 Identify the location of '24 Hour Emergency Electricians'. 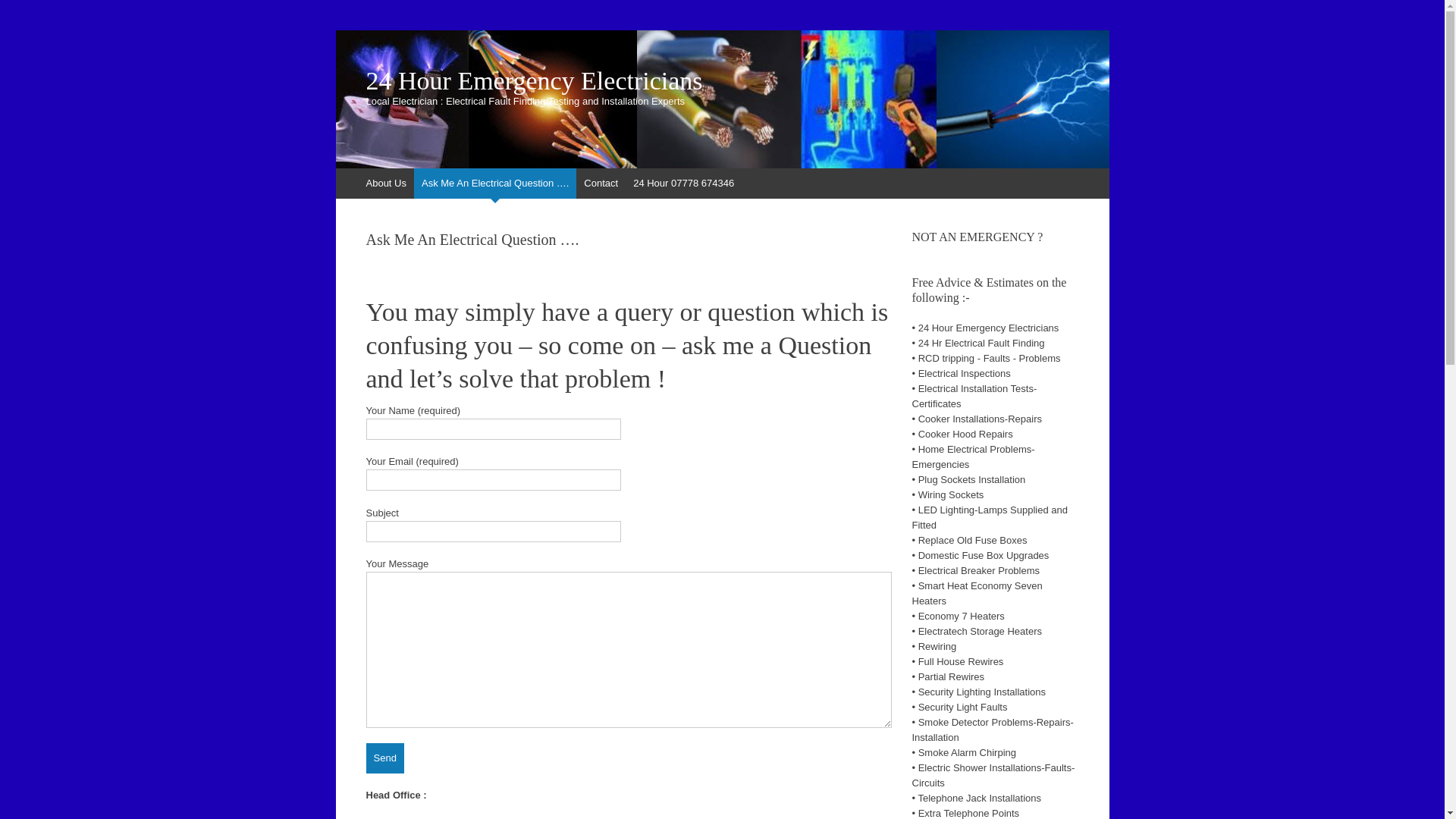
(720, 81).